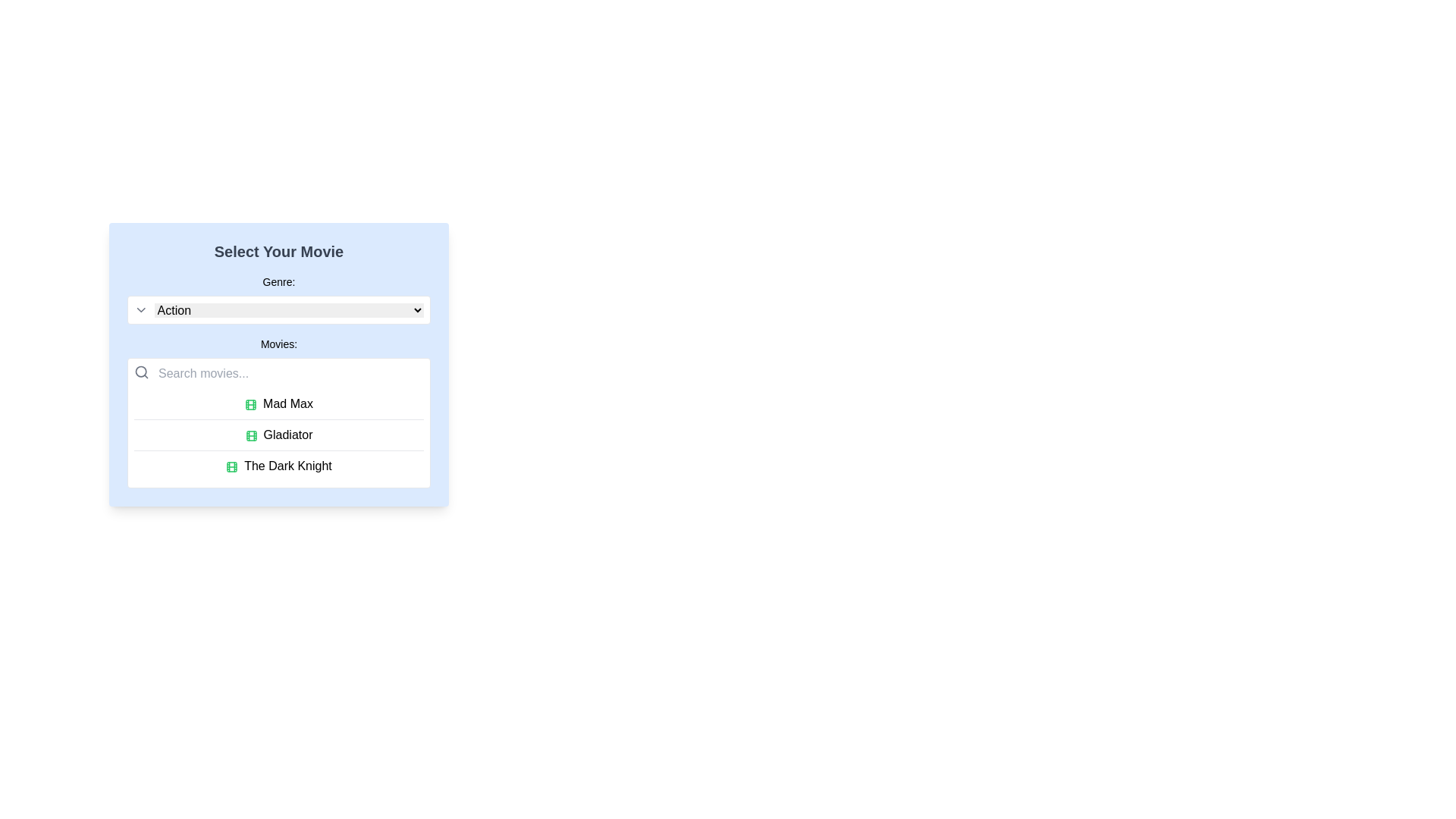  Describe the element at coordinates (141, 372) in the screenshot. I see `the SVG Circle that represents the circular outline of the magnifying glass icon located at the top-left corner of the search bar in the movie selection interface` at that location.